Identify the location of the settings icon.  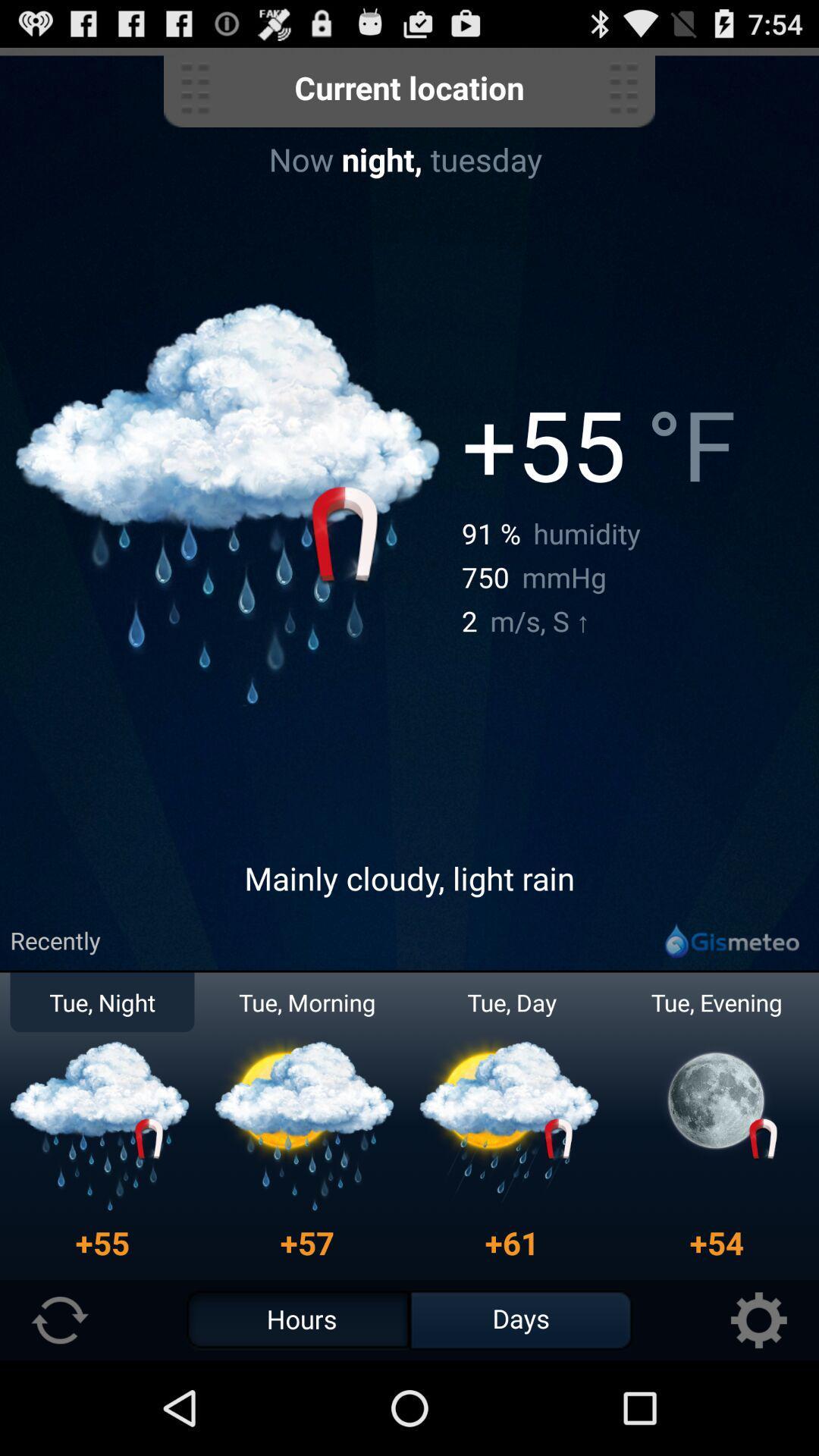
(758, 1412).